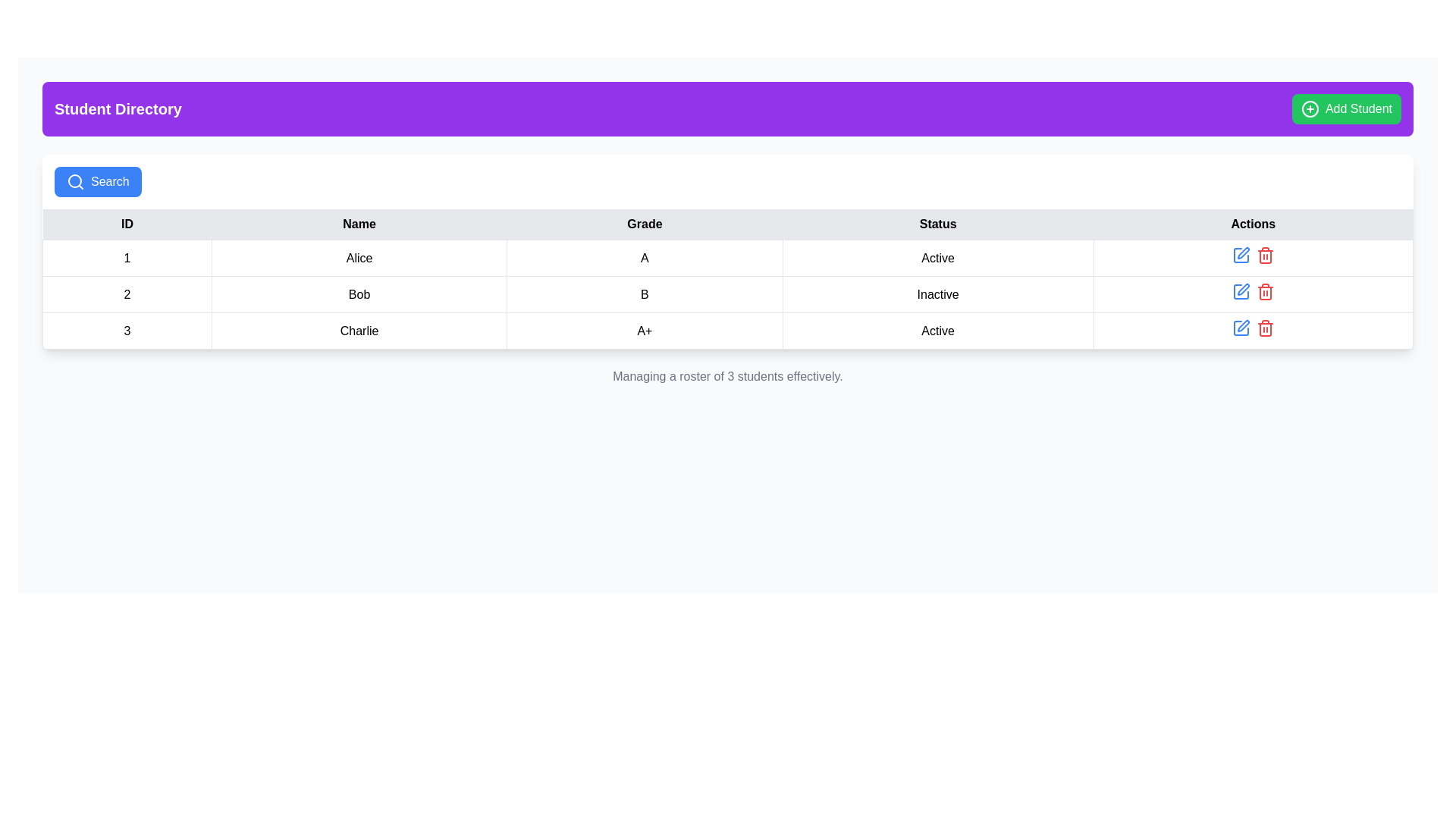 The height and width of the screenshot is (819, 1456). I want to click on the fifth header cell labeled 'Actions' in the table, which has a bold black font on a gray background, so click(1253, 224).